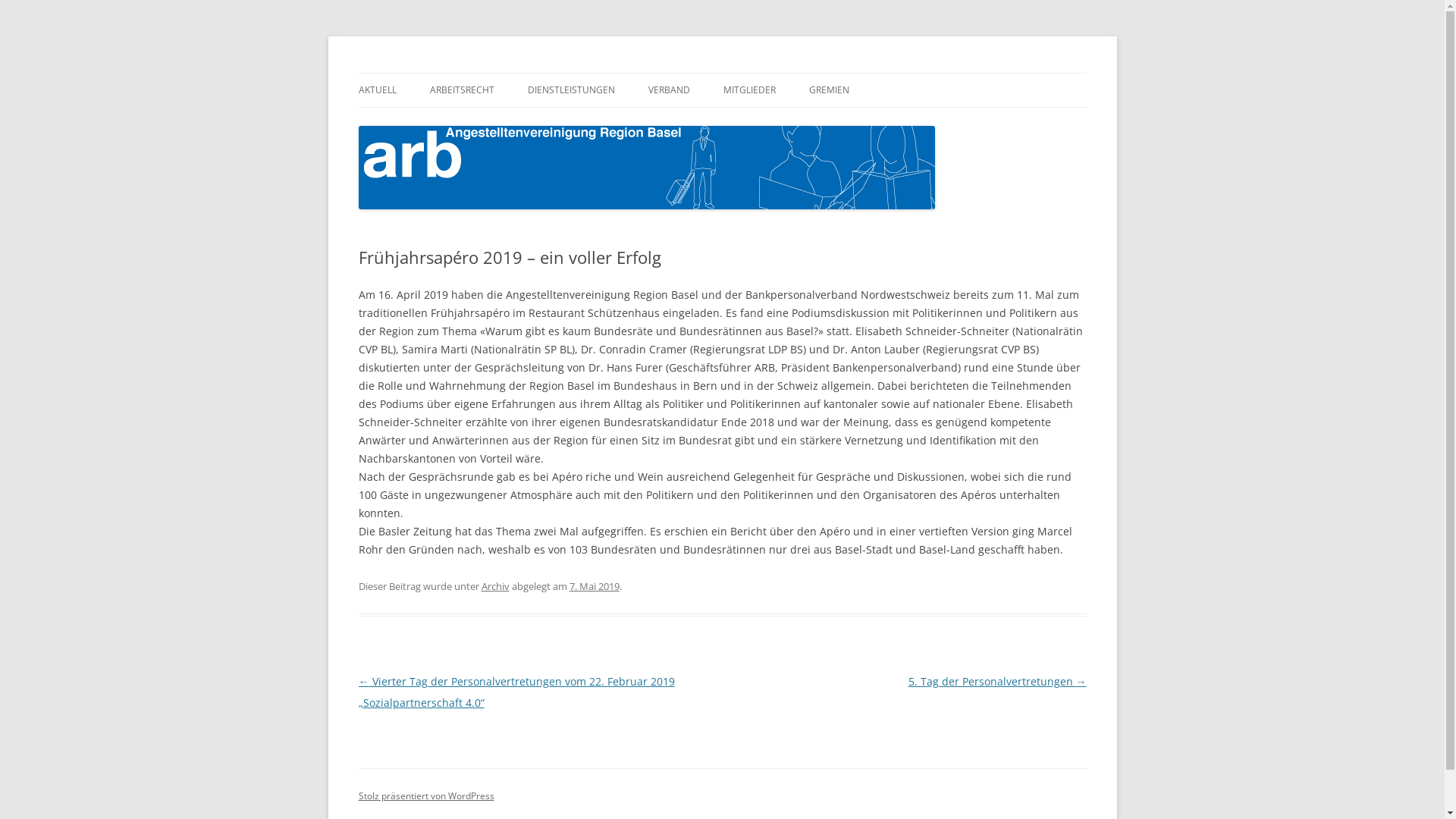 The image size is (1456, 819). Describe the element at coordinates (505, 121) in the screenshot. I see `'GAV DIENSTLEISTUNGSBEREICH'` at that location.